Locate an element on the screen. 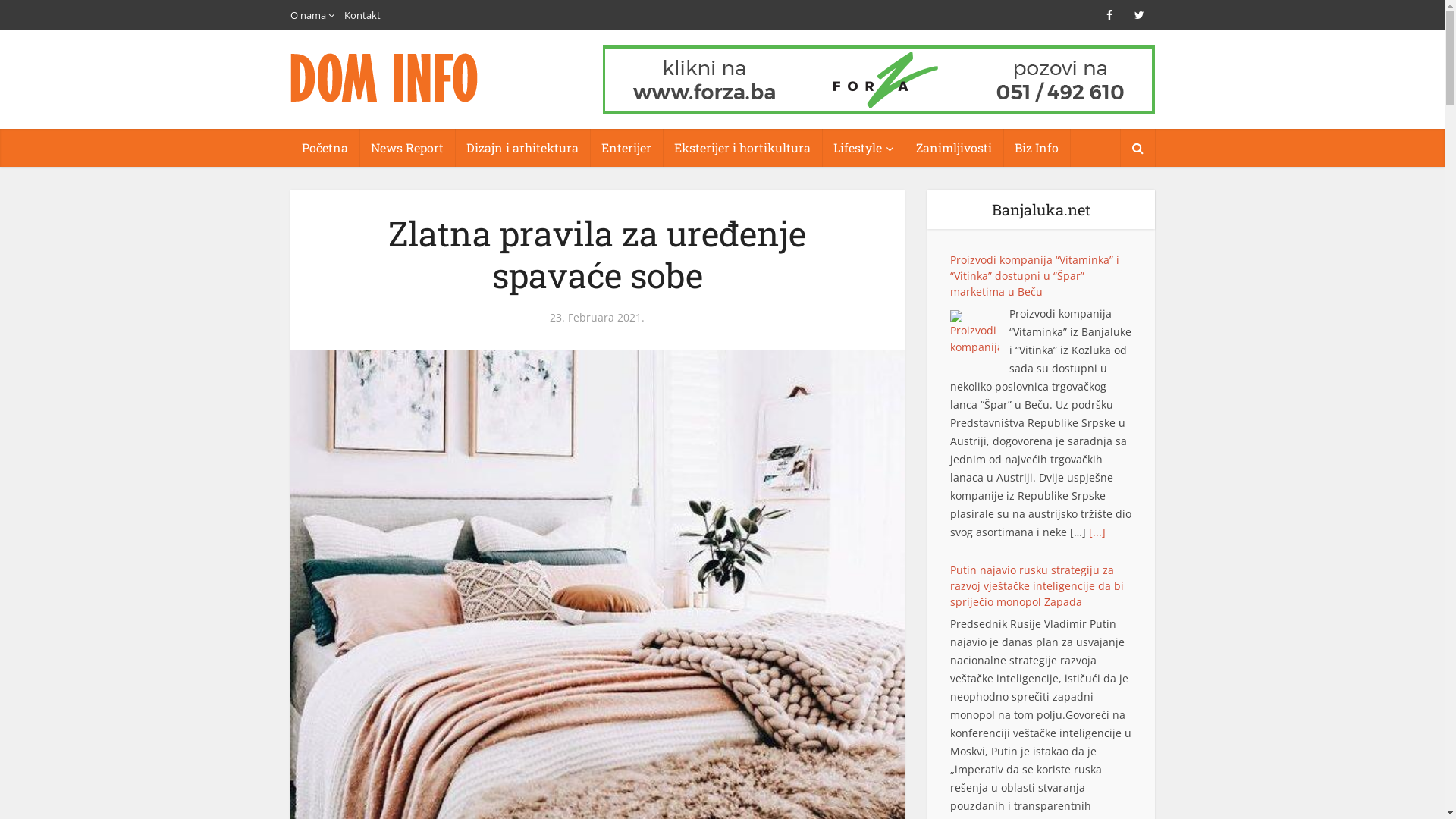  'Dizajn i arhitektura' is located at coordinates (522, 148).